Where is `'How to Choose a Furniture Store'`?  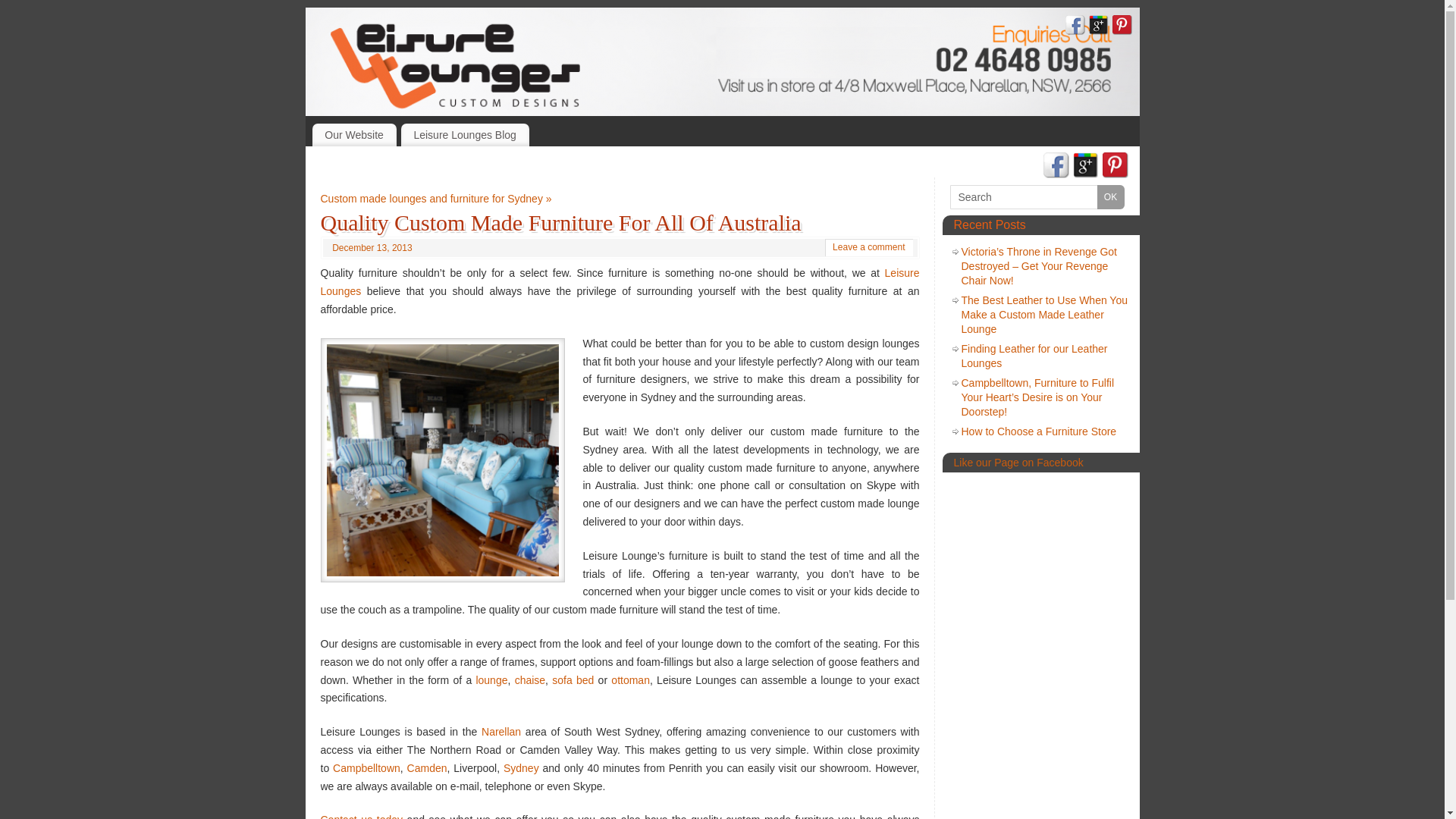 'How to Choose a Furniture Store' is located at coordinates (1038, 431).